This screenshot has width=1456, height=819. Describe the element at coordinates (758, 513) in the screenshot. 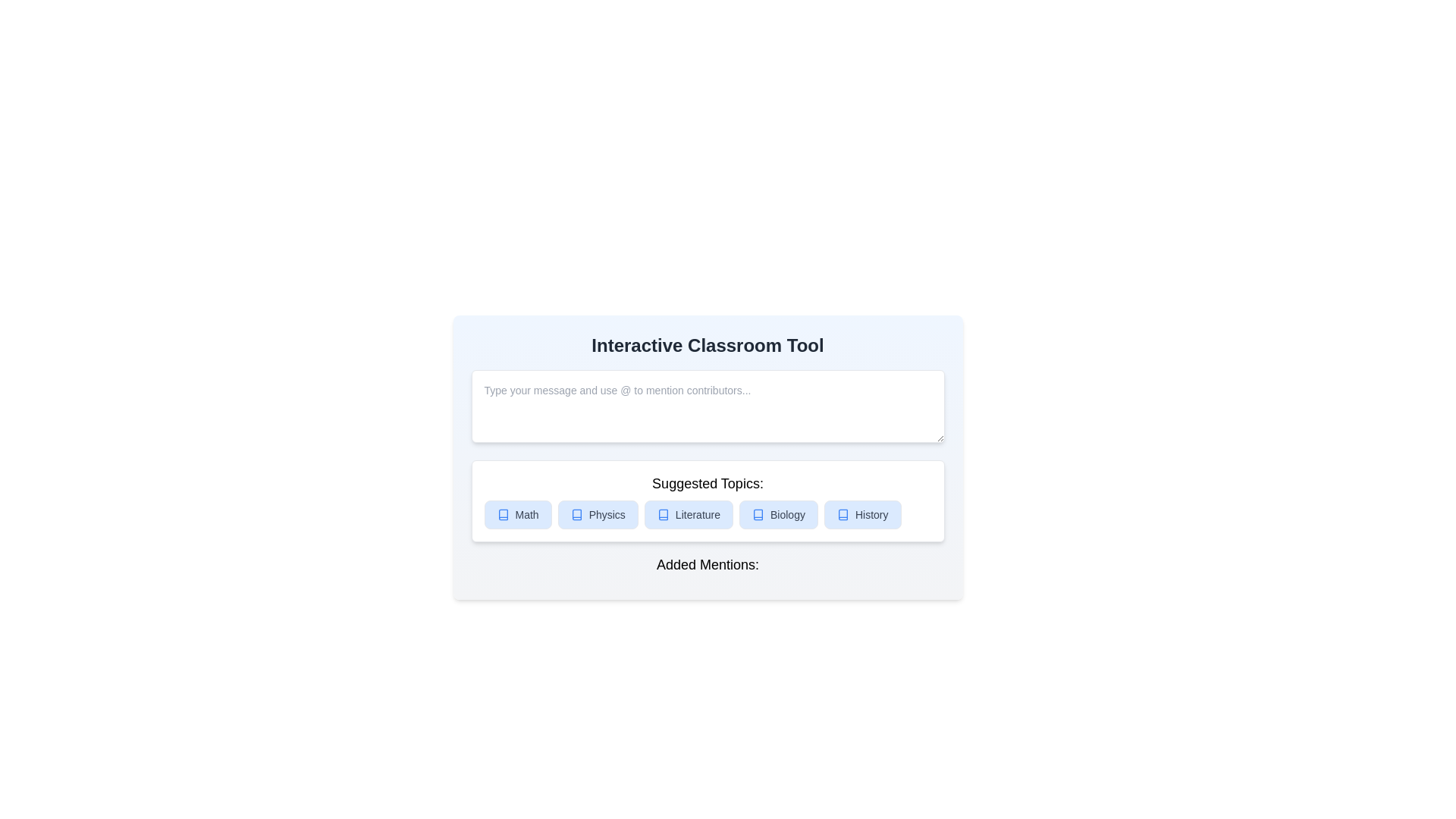

I see `the visual cue provided by the 'Biology' icon, which is represented by a blue book graphic located at the bottom section of the interface, aligned with the 'Suggested Topics' bar` at that location.